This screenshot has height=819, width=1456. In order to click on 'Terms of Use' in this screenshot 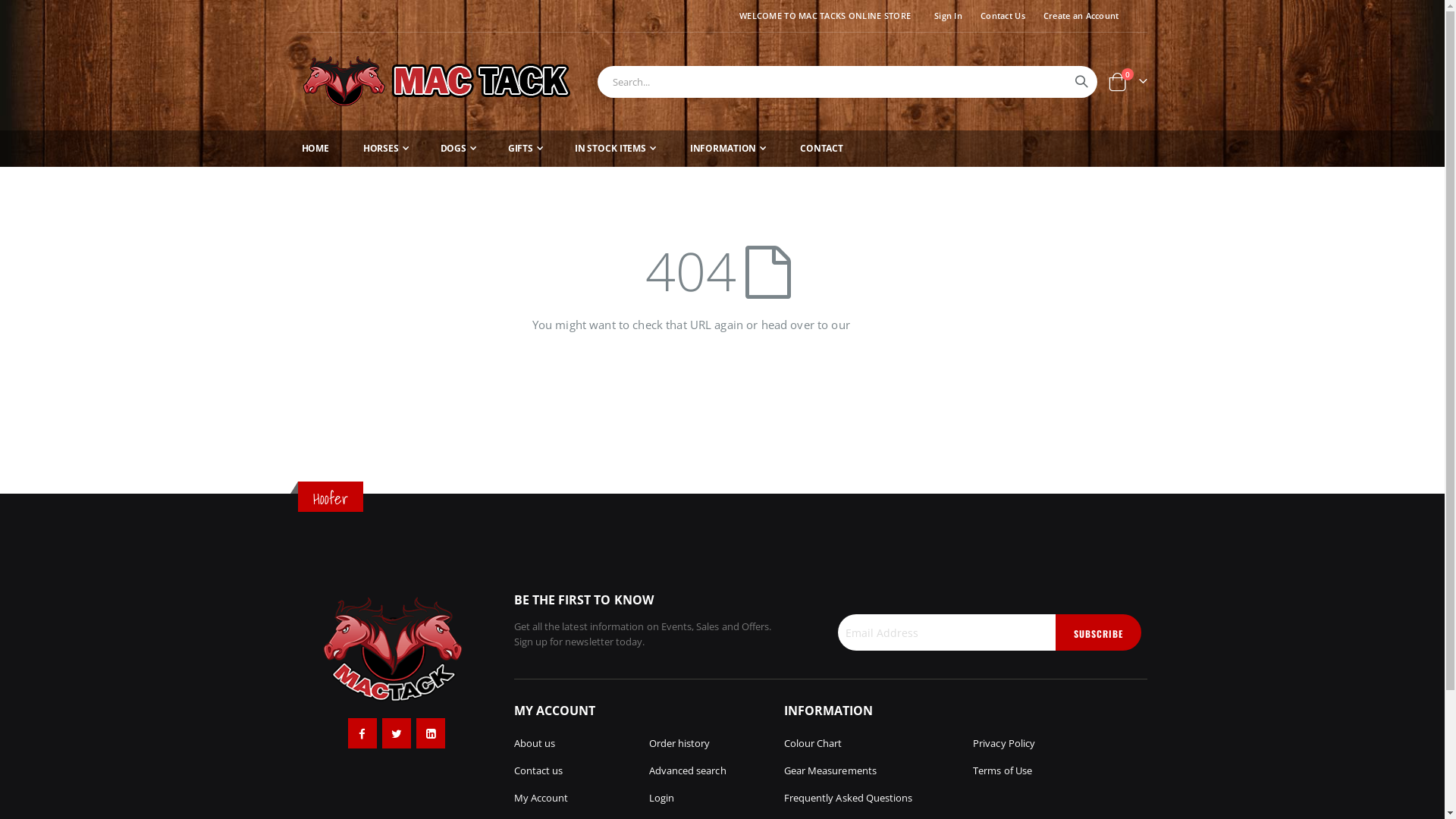, I will do `click(1002, 770)`.